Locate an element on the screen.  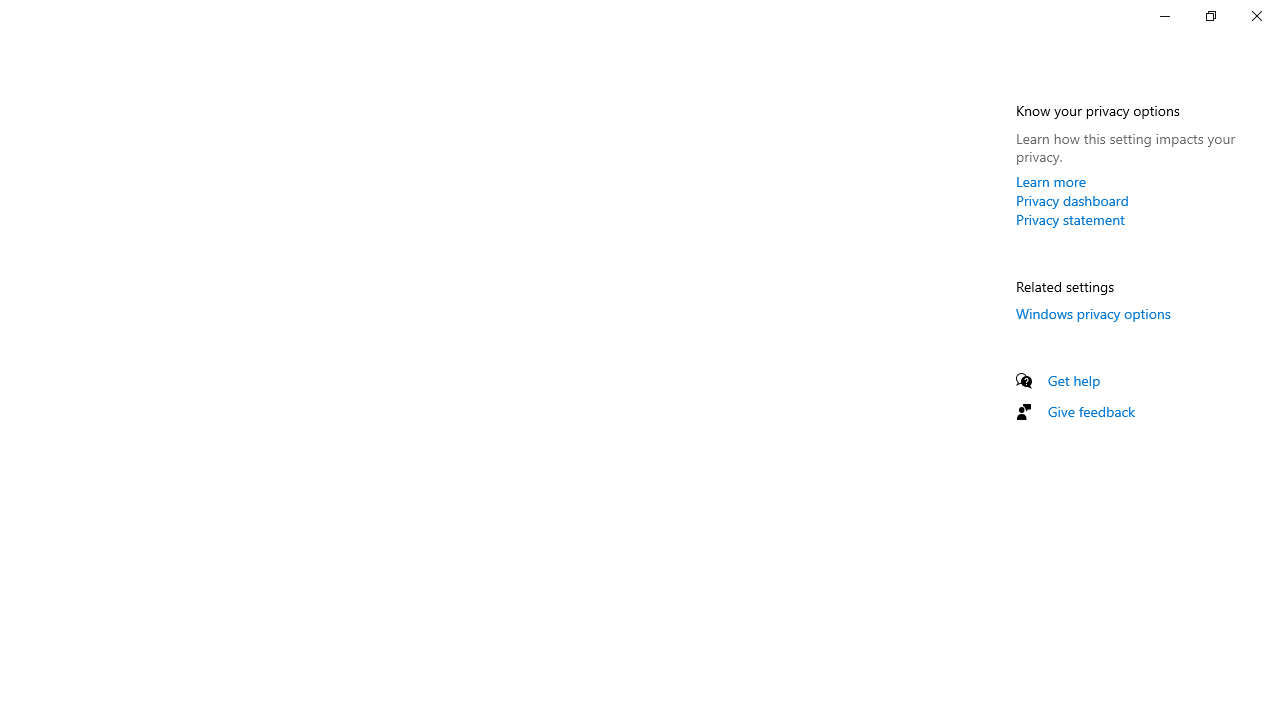
'Restore Settings' is located at coordinates (1209, 15).